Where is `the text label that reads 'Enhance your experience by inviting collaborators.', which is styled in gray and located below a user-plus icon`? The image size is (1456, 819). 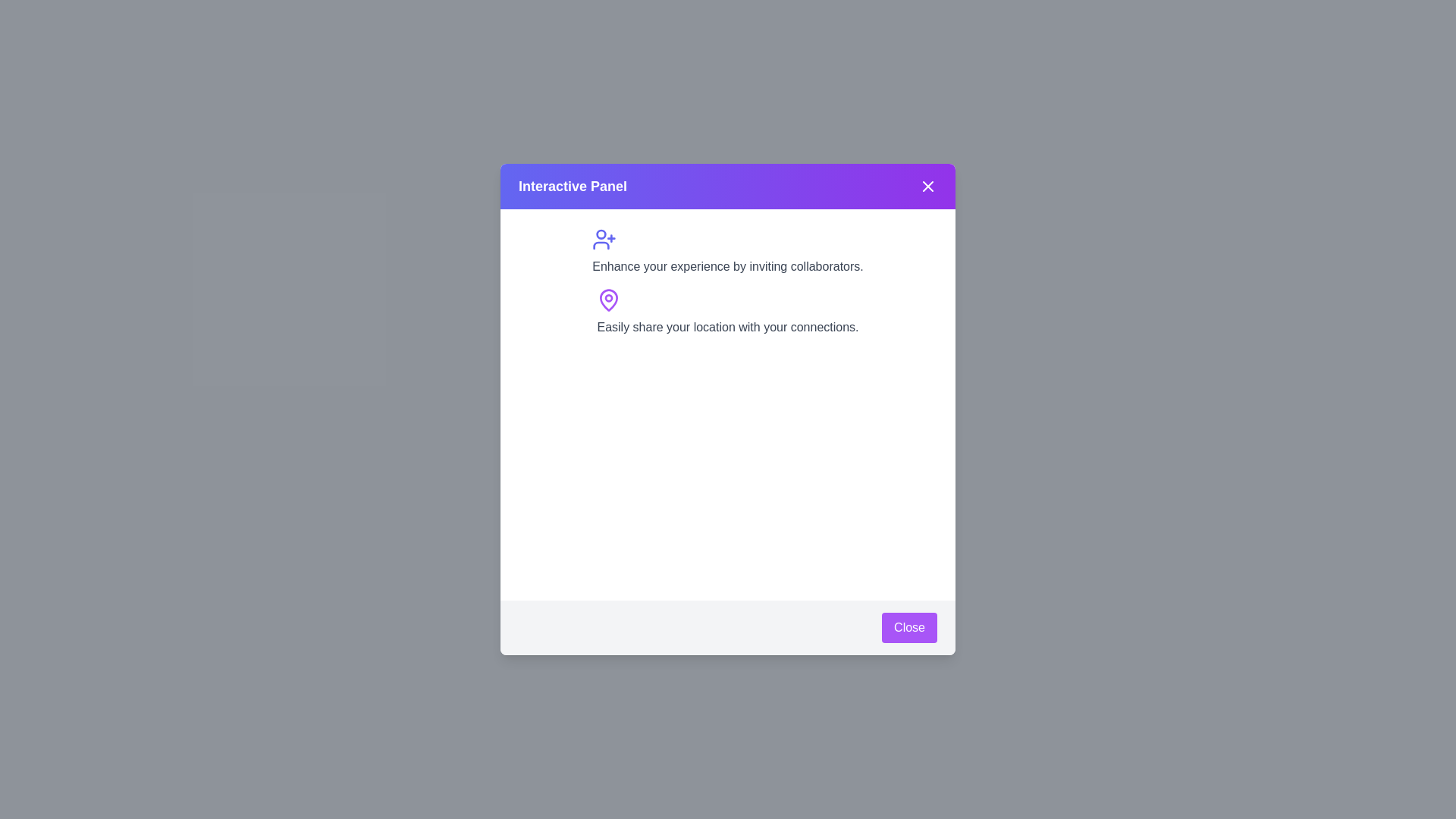
the text label that reads 'Enhance your experience by inviting collaborators.', which is styled in gray and located below a user-plus icon is located at coordinates (728, 265).